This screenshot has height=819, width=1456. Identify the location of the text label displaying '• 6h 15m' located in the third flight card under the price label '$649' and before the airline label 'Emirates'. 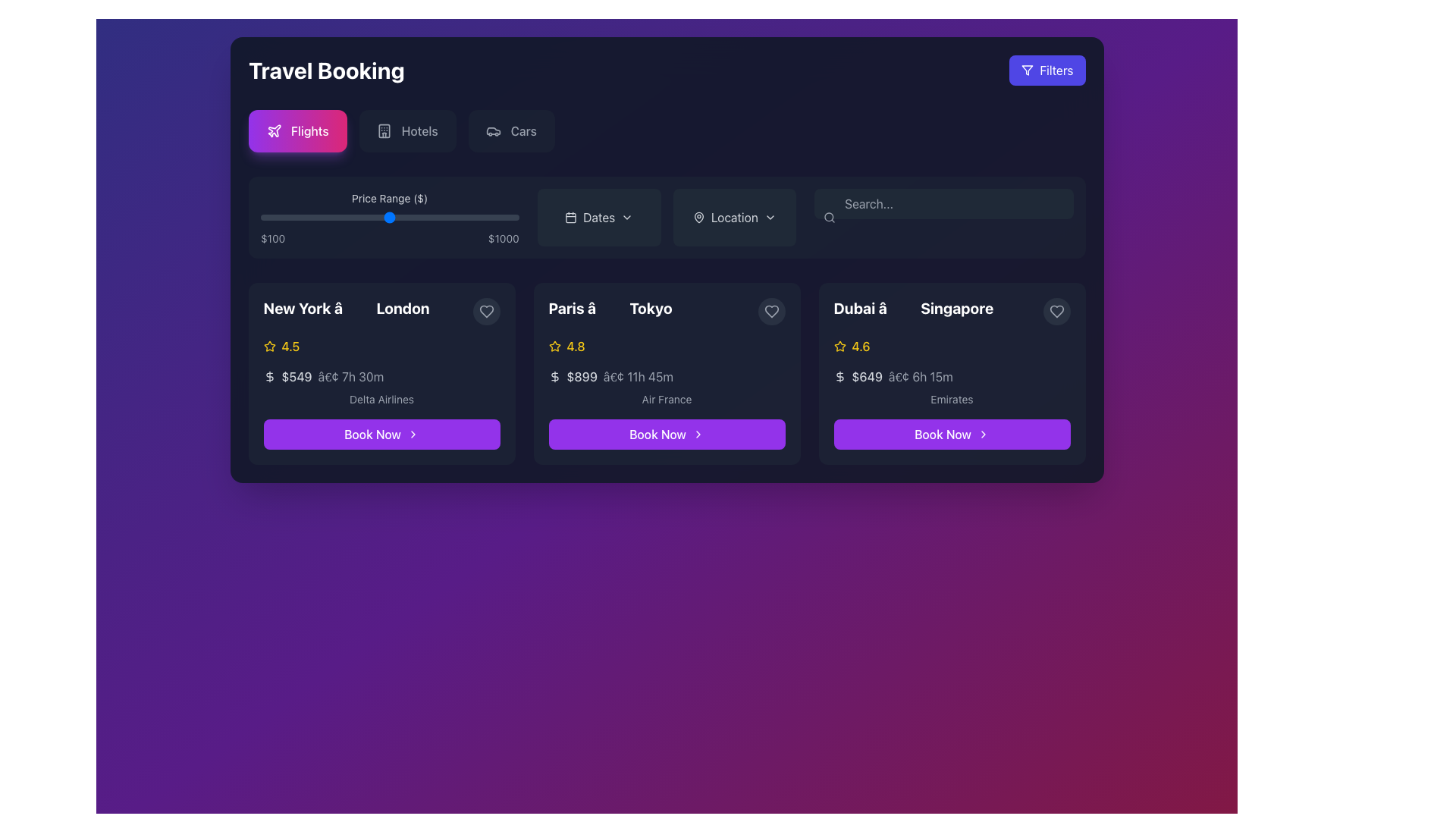
(920, 376).